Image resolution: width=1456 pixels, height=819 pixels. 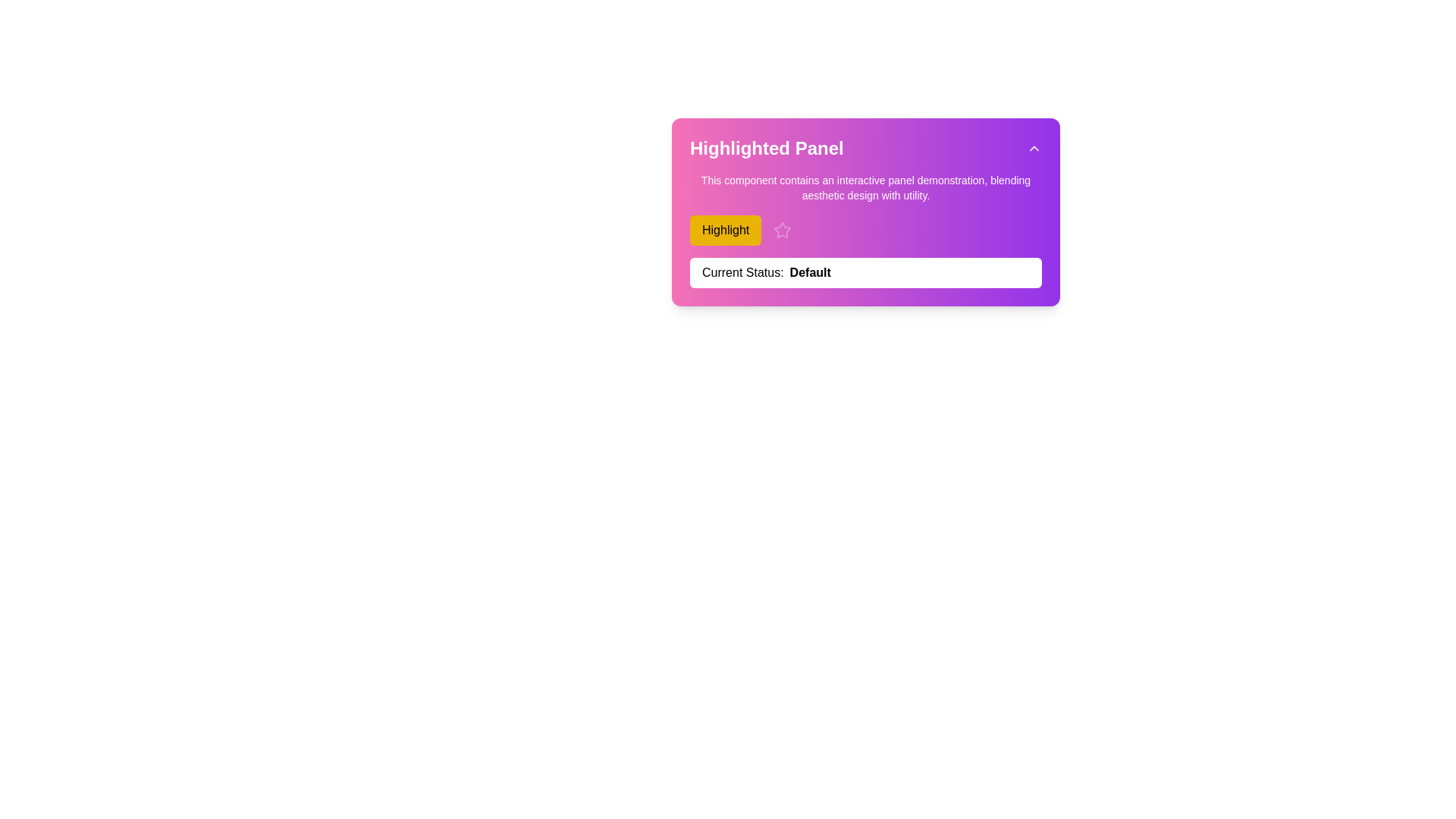 I want to click on the star-shaped icon with a pink fill inside the interactive panel, located to the right of the yellow 'Highlight' button, so click(x=783, y=230).